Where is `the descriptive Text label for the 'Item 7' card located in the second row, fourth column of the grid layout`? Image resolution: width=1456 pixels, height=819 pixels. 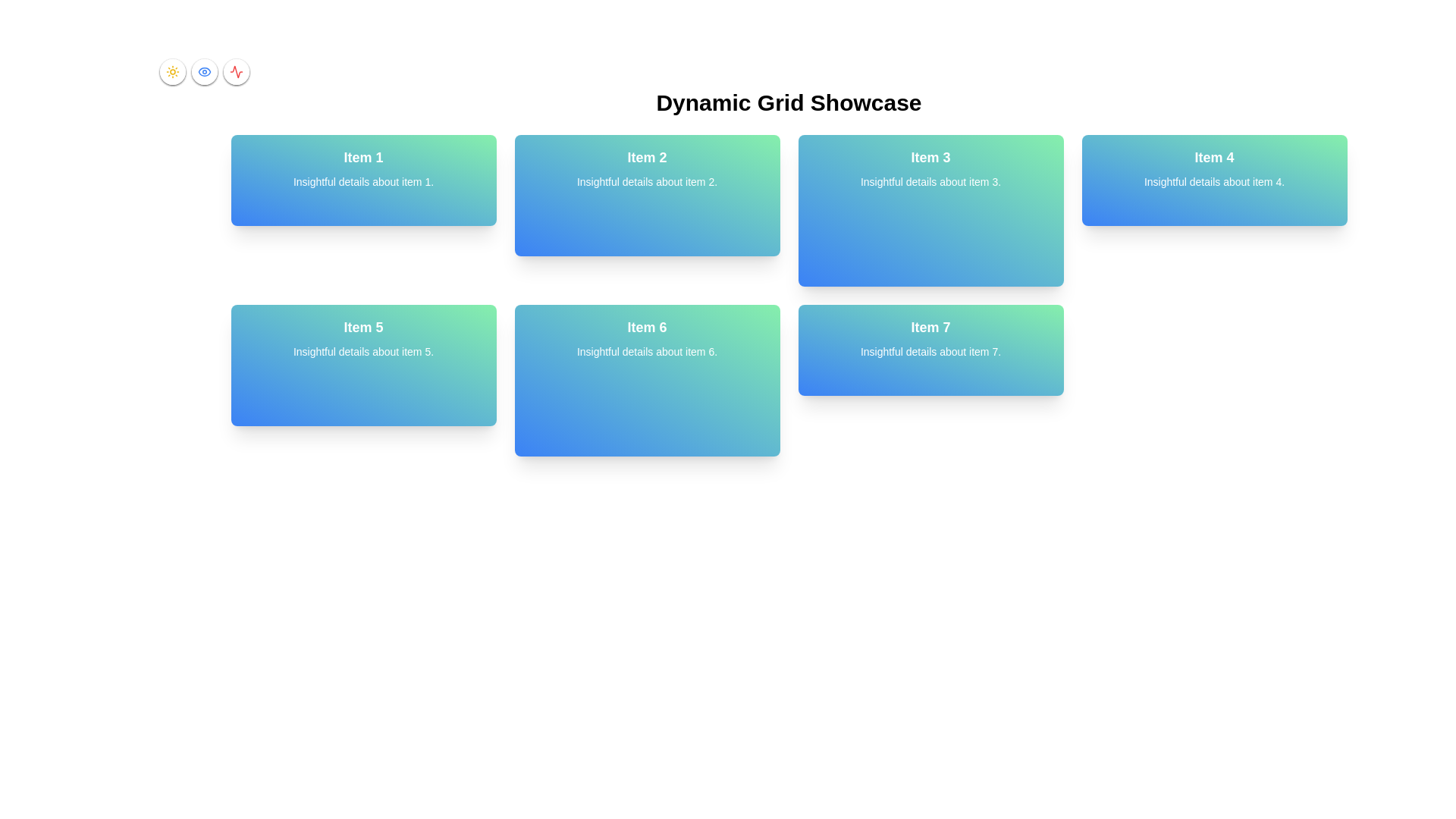 the descriptive Text label for the 'Item 7' card located in the second row, fourth column of the grid layout is located at coordinates (930, 351).